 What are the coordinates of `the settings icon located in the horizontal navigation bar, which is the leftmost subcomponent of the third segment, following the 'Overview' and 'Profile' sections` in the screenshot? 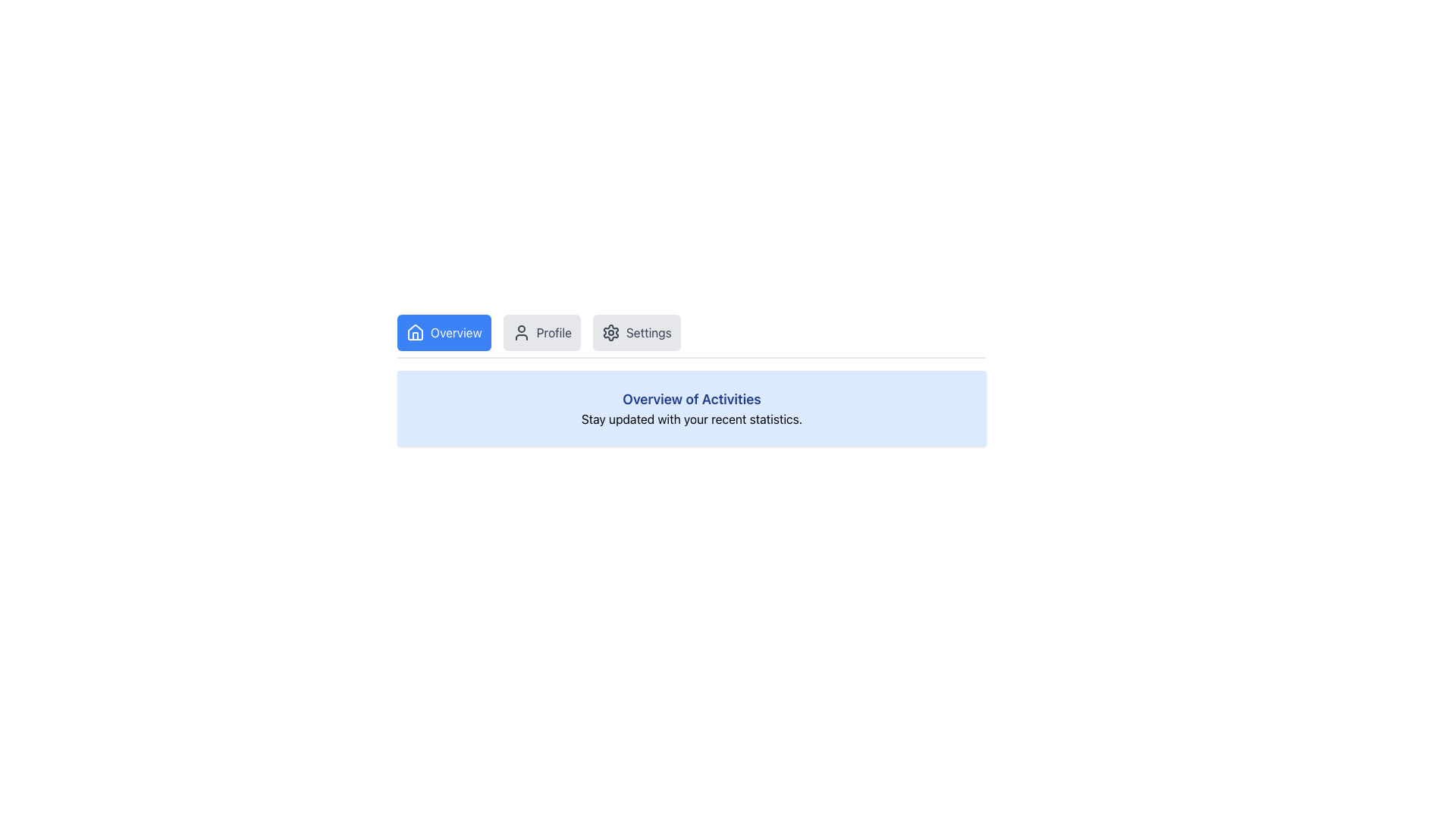 It's located at (610, 332).